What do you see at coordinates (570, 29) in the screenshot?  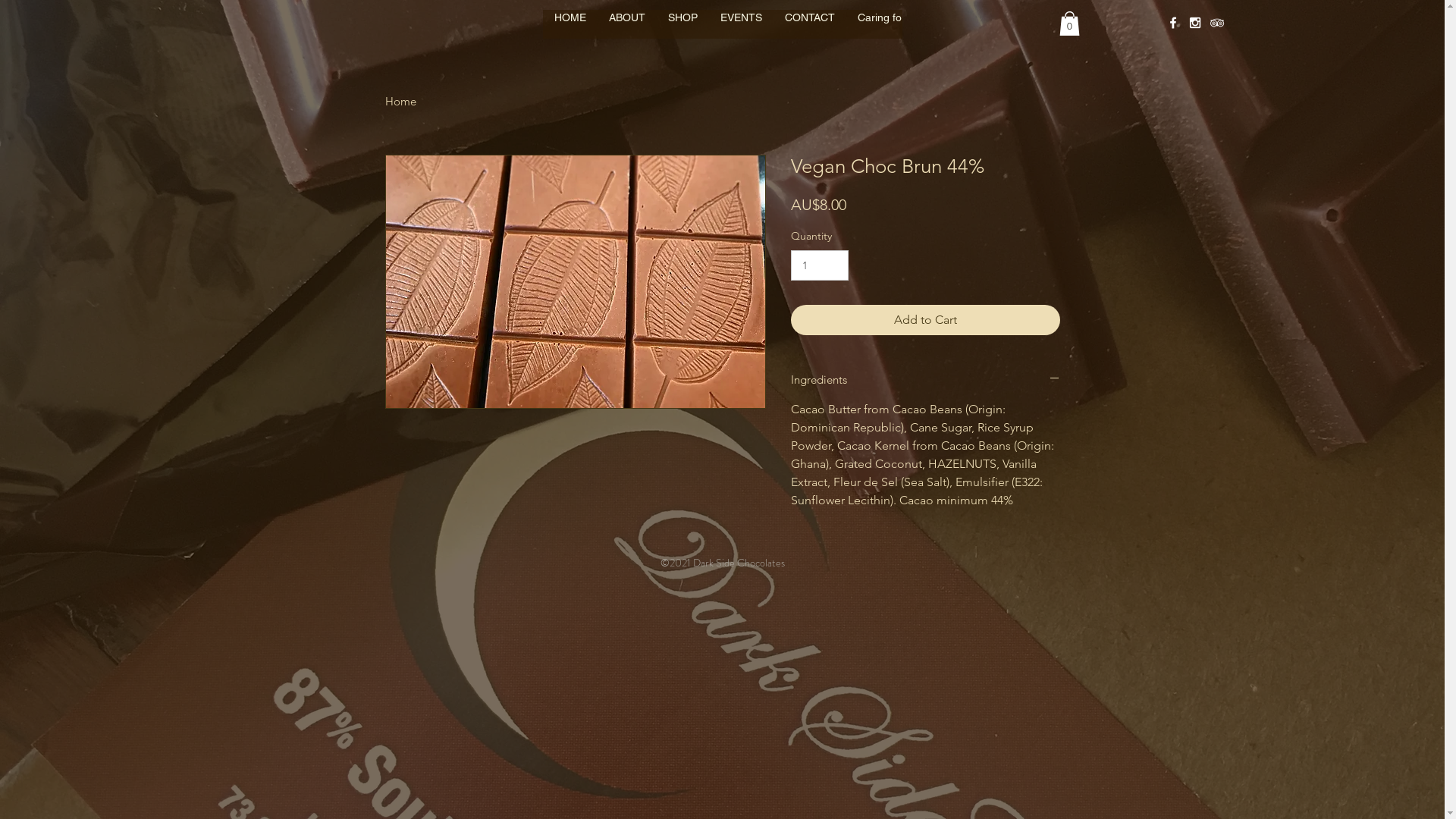 I see `'HOME'` at bounding box center [570, 29].